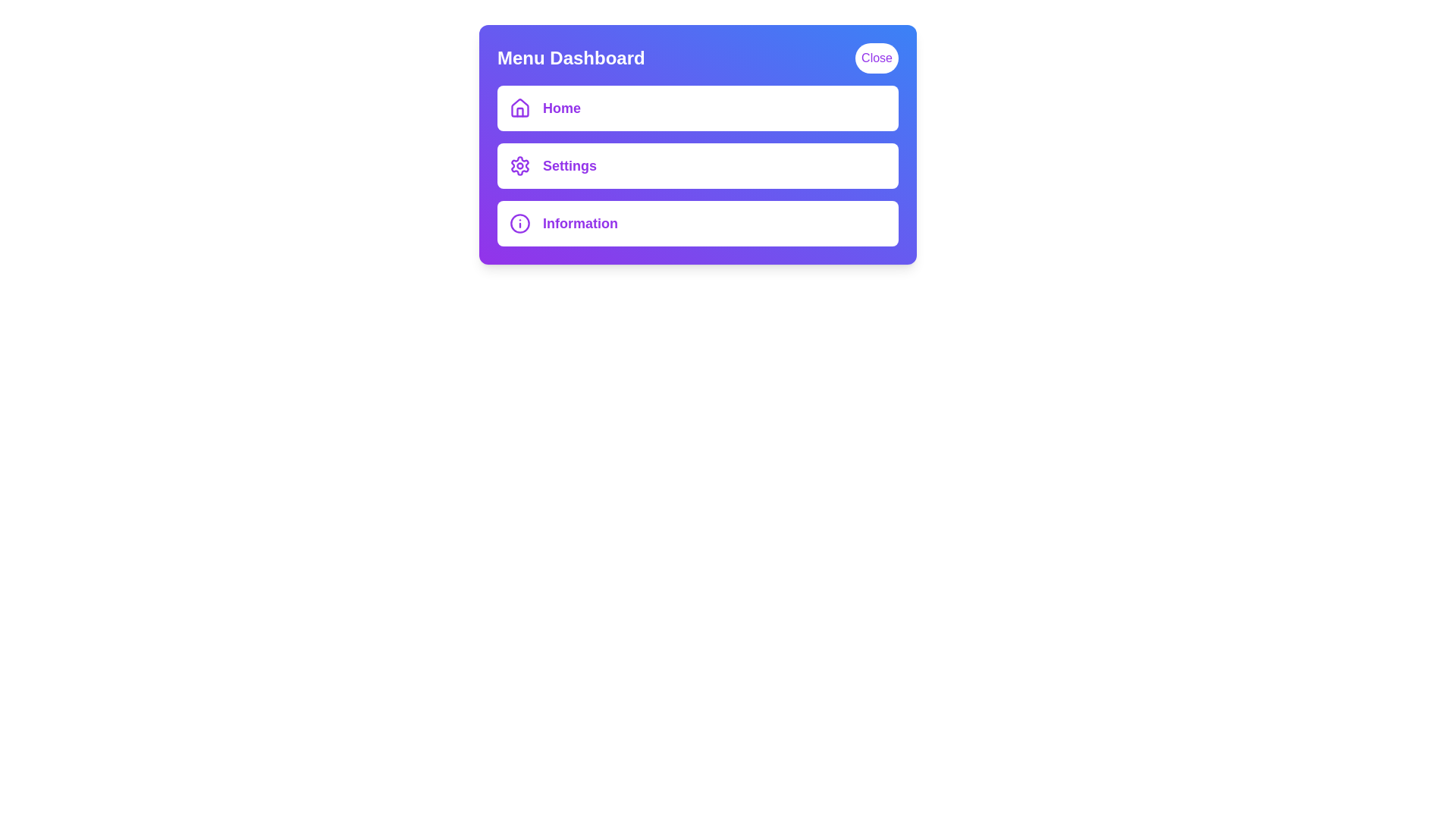  Describe the element at coordinates (697, 107) in the screenshot. I see `the menu item labeled Home to display its tooltip` at that location.